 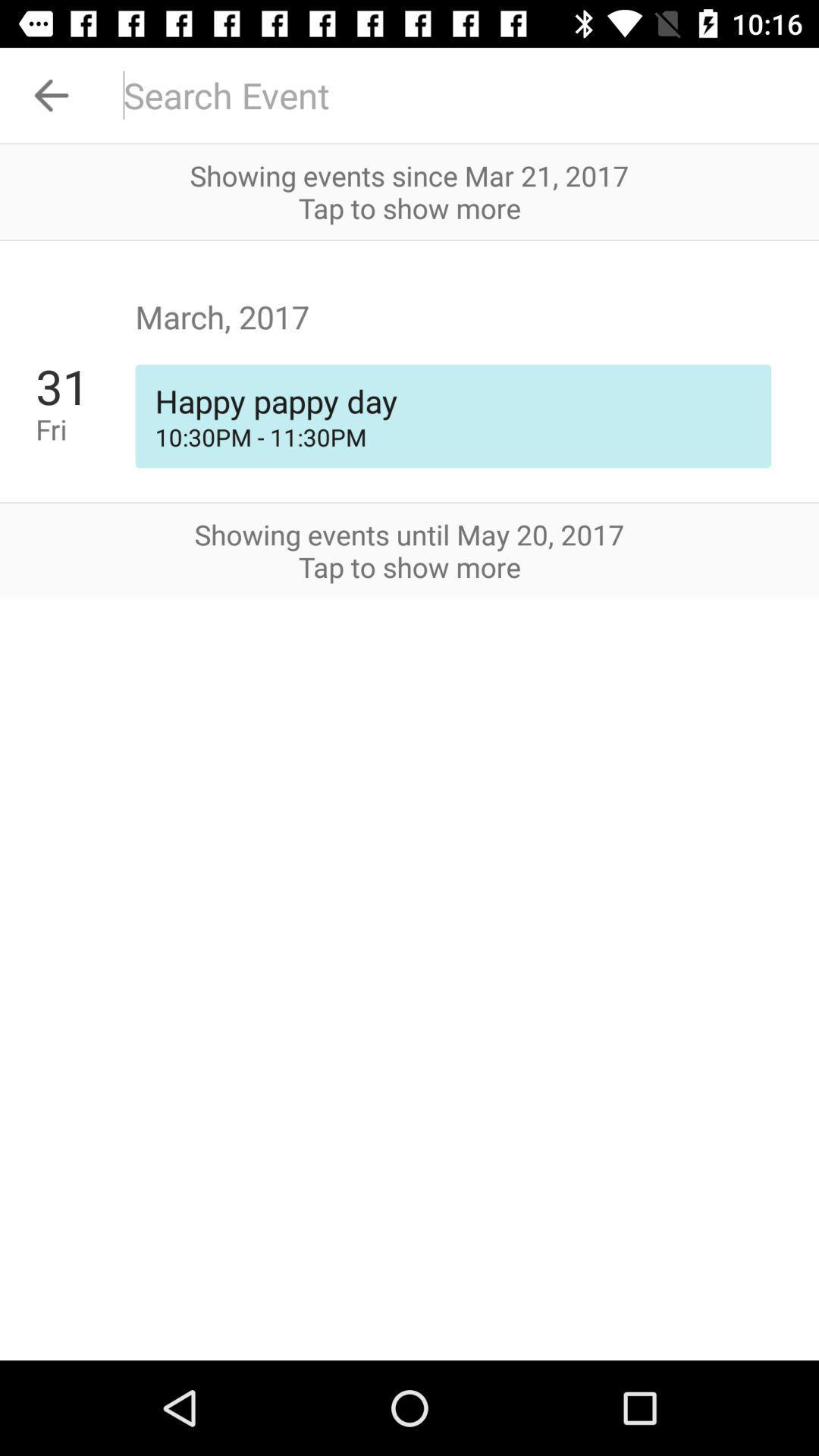 I want to click on icon below the march, 2017 app, so click(x=452, y=400).